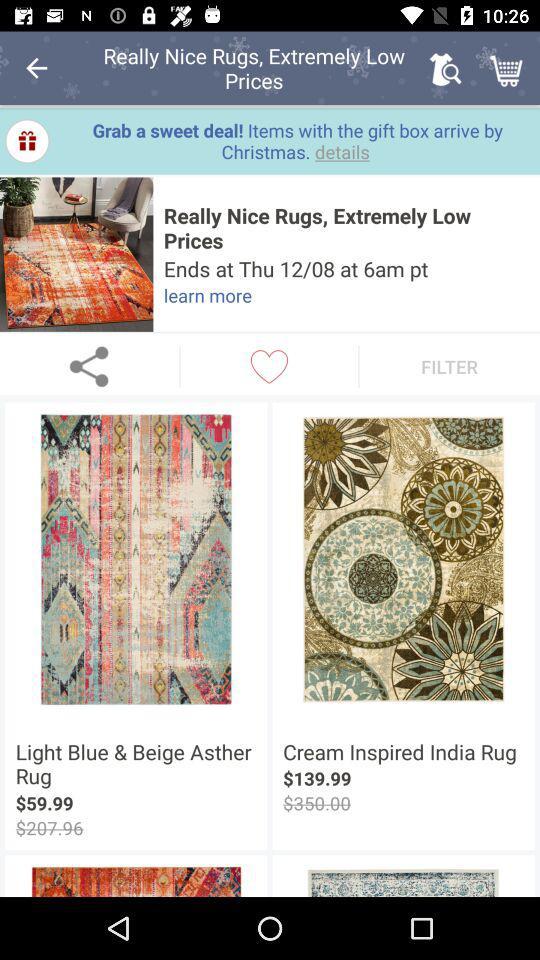 The image size is (540, 960). I want to click on the icon to the left of the really nice rugs item, so click(75, 253).